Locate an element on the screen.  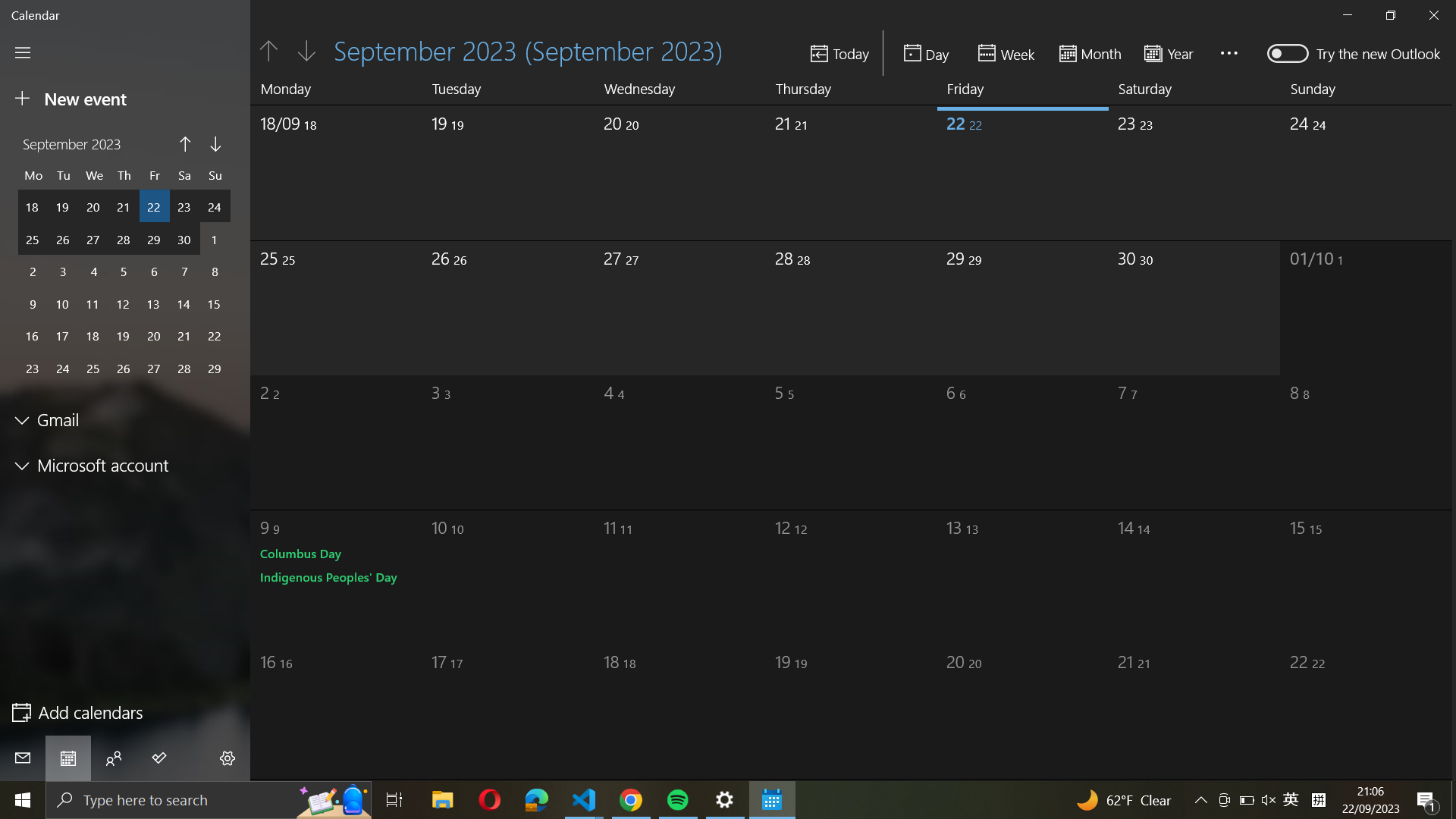
Change the current view setting to month is located at coordinates (1090, 52).